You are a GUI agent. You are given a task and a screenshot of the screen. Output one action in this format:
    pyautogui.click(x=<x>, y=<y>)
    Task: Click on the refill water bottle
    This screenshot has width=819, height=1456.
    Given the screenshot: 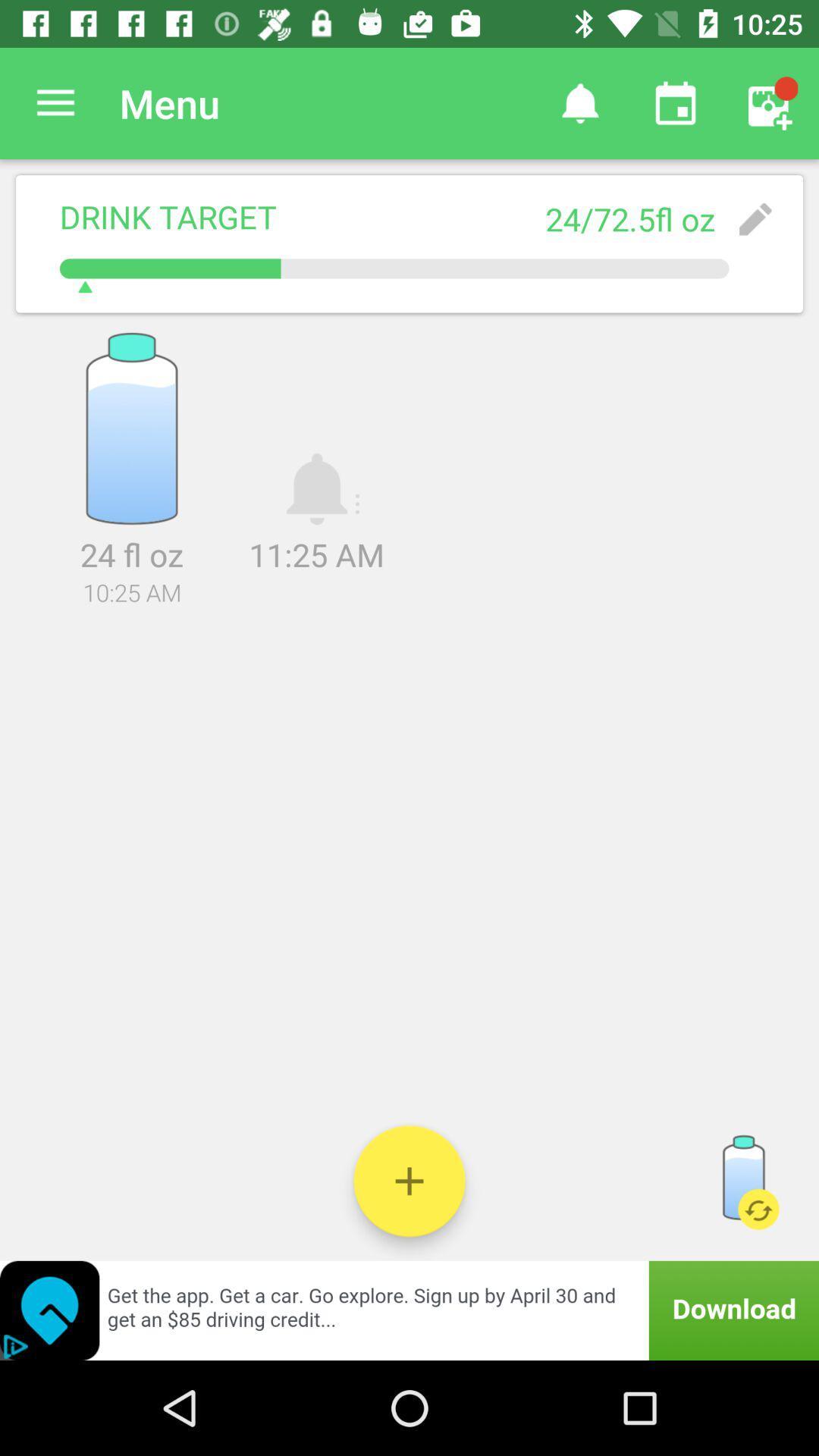 What is the action you would take?
    pyautogui.click(x=742, y=1180)
    